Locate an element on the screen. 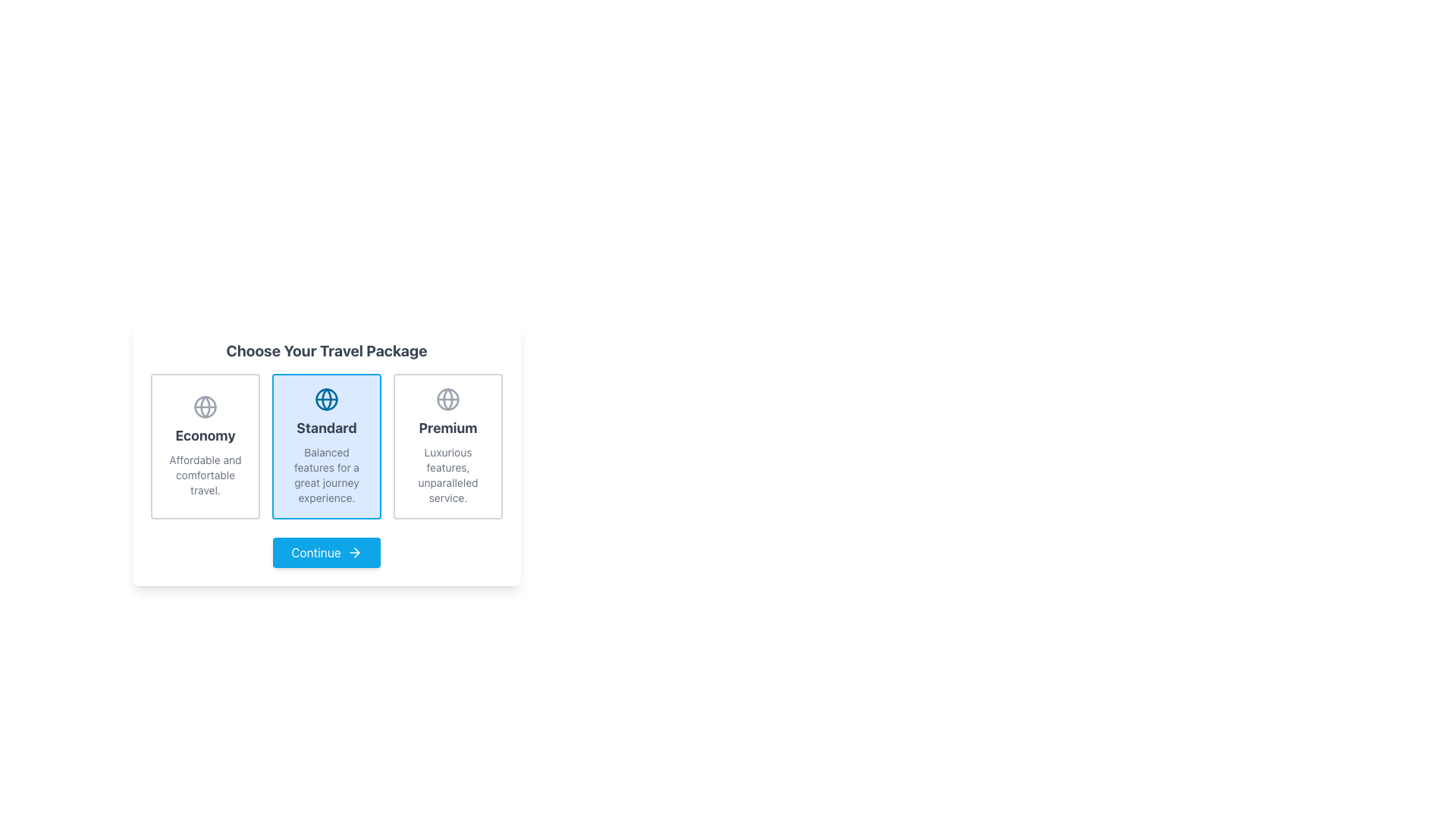 Image resolution: width=1456 pixels, height=819 pixels. the circular globe icon in the 'Standard' choice card is located at coordinates (447, 399).